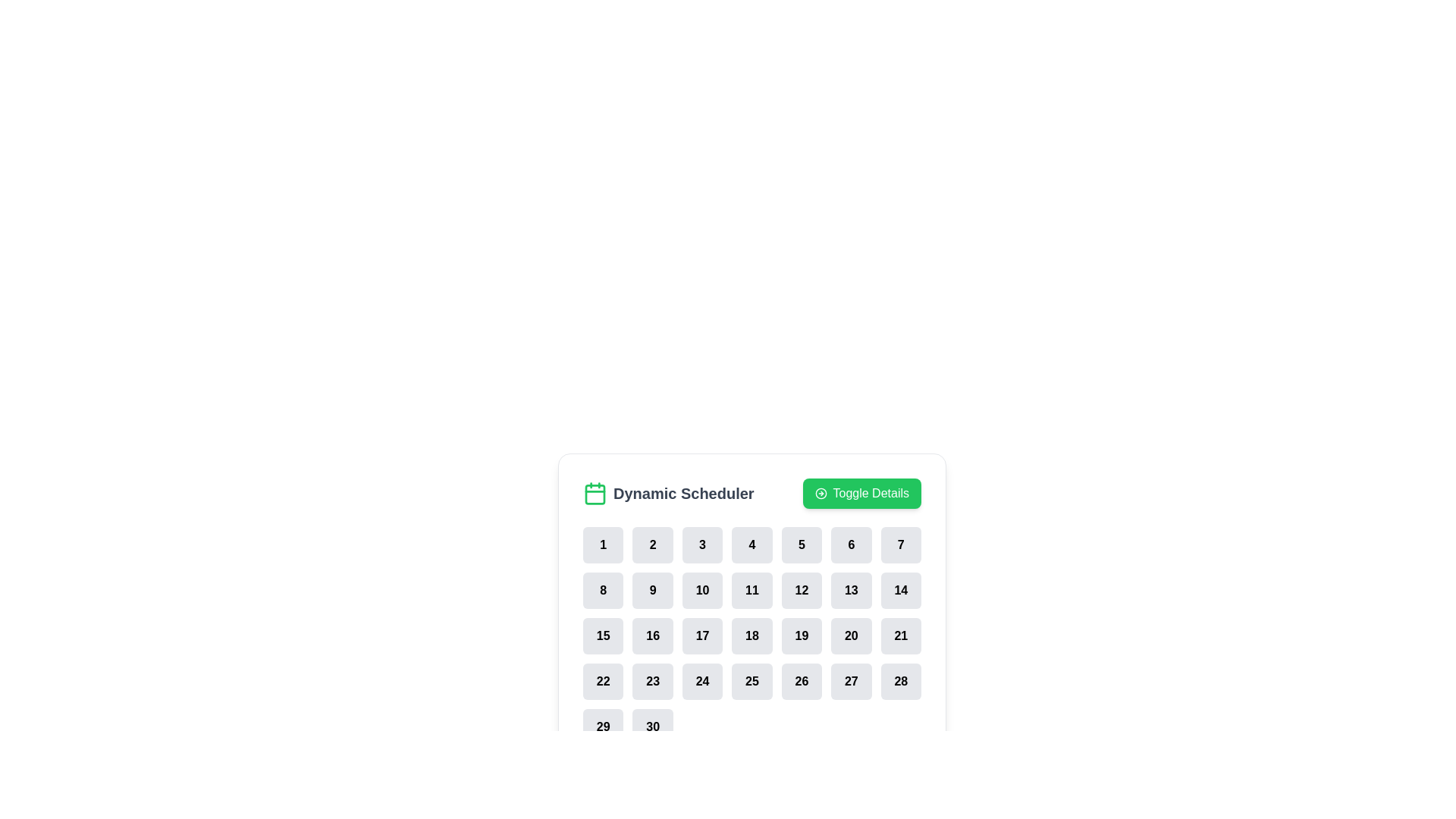 The width and height of the screenshot is (1456, 819). Describe the element at coordinates (653, 544) in the screenshot. I see `the button labeled '2' in the calendar view located within the 'Dynamic Scheduler' section` at that location.